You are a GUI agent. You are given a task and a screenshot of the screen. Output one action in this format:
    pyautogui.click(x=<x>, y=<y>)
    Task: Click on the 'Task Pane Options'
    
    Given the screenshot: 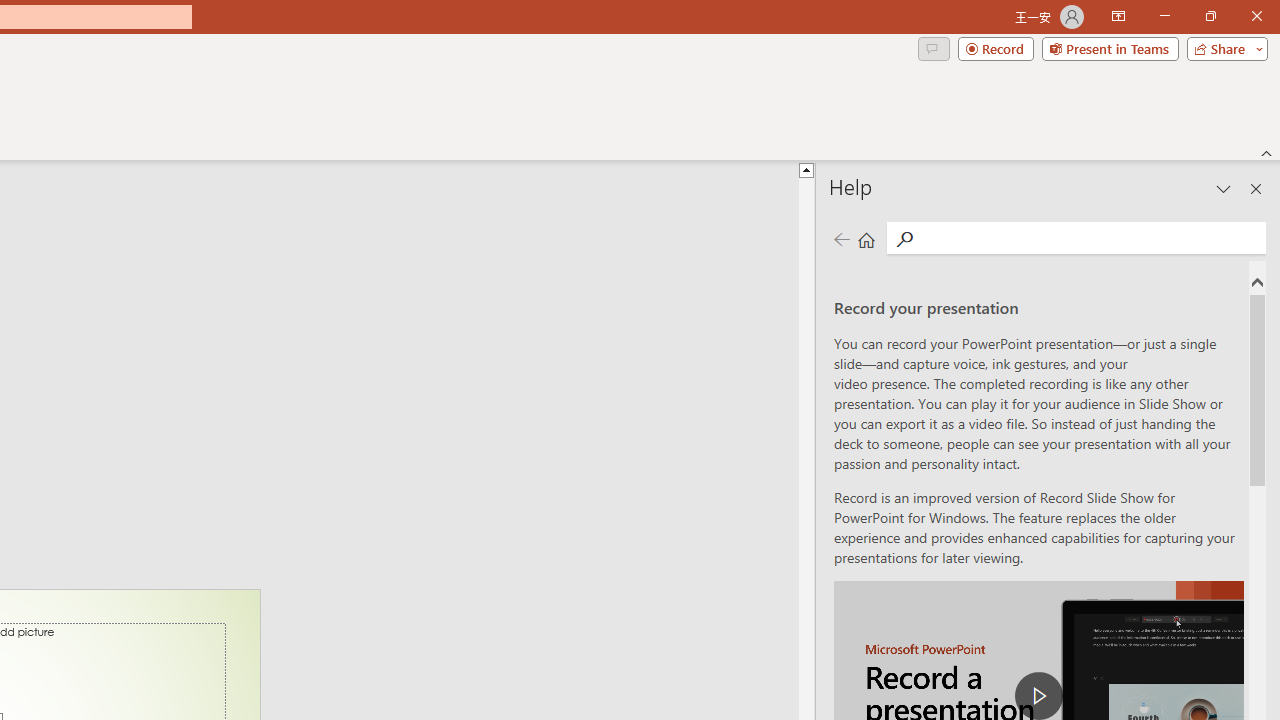 What is the action you would take?
    pyautogui.click(x=1223, y=189)
    